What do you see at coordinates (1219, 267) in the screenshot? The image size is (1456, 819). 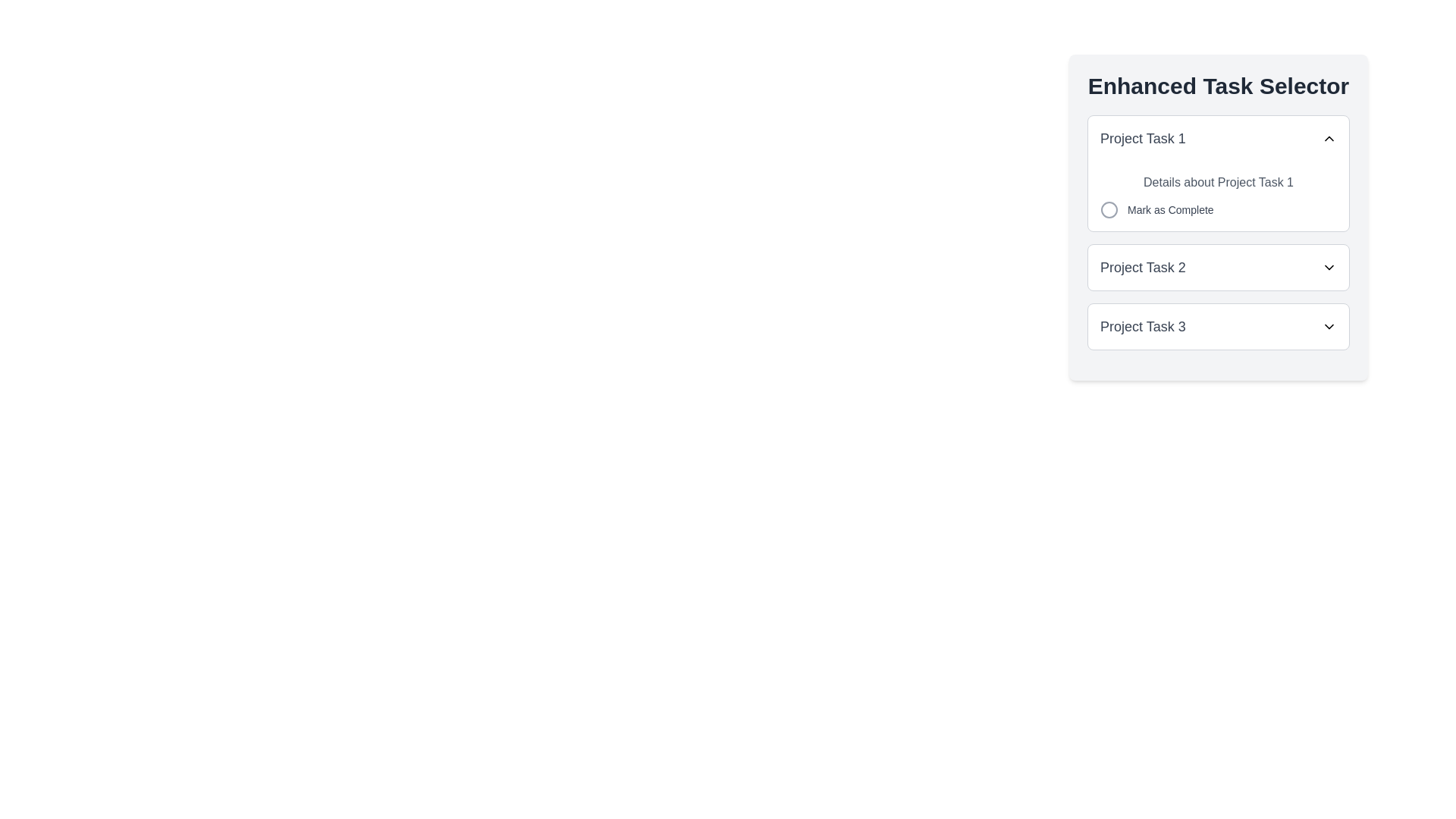 I see `the list item labeled 'Project Task 2'` at bounding box center [1219, 267].